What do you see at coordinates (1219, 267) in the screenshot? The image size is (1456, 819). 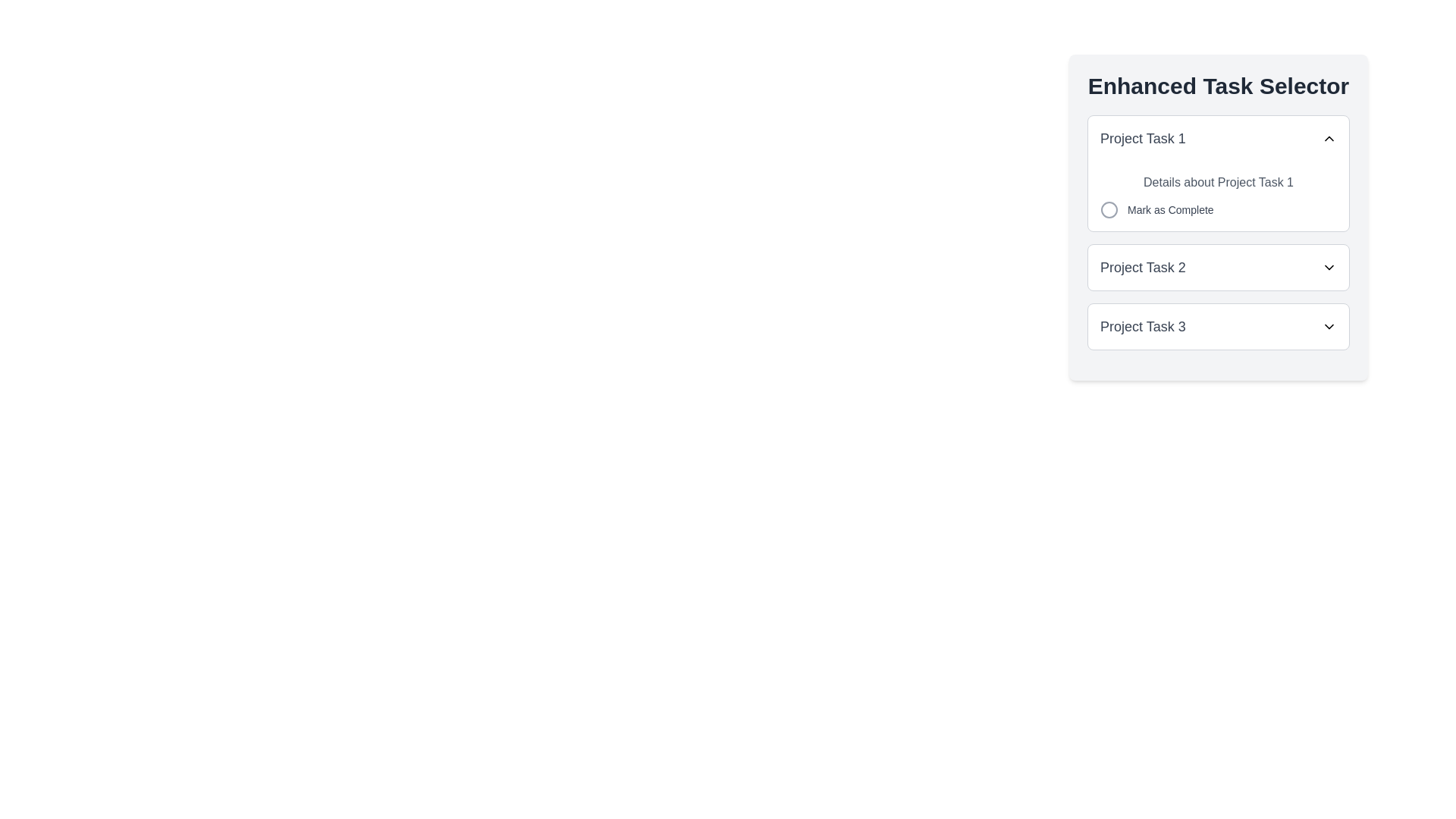 I see `the list item labeled 'Project Task 2'` at bounding box center [1219, 267].